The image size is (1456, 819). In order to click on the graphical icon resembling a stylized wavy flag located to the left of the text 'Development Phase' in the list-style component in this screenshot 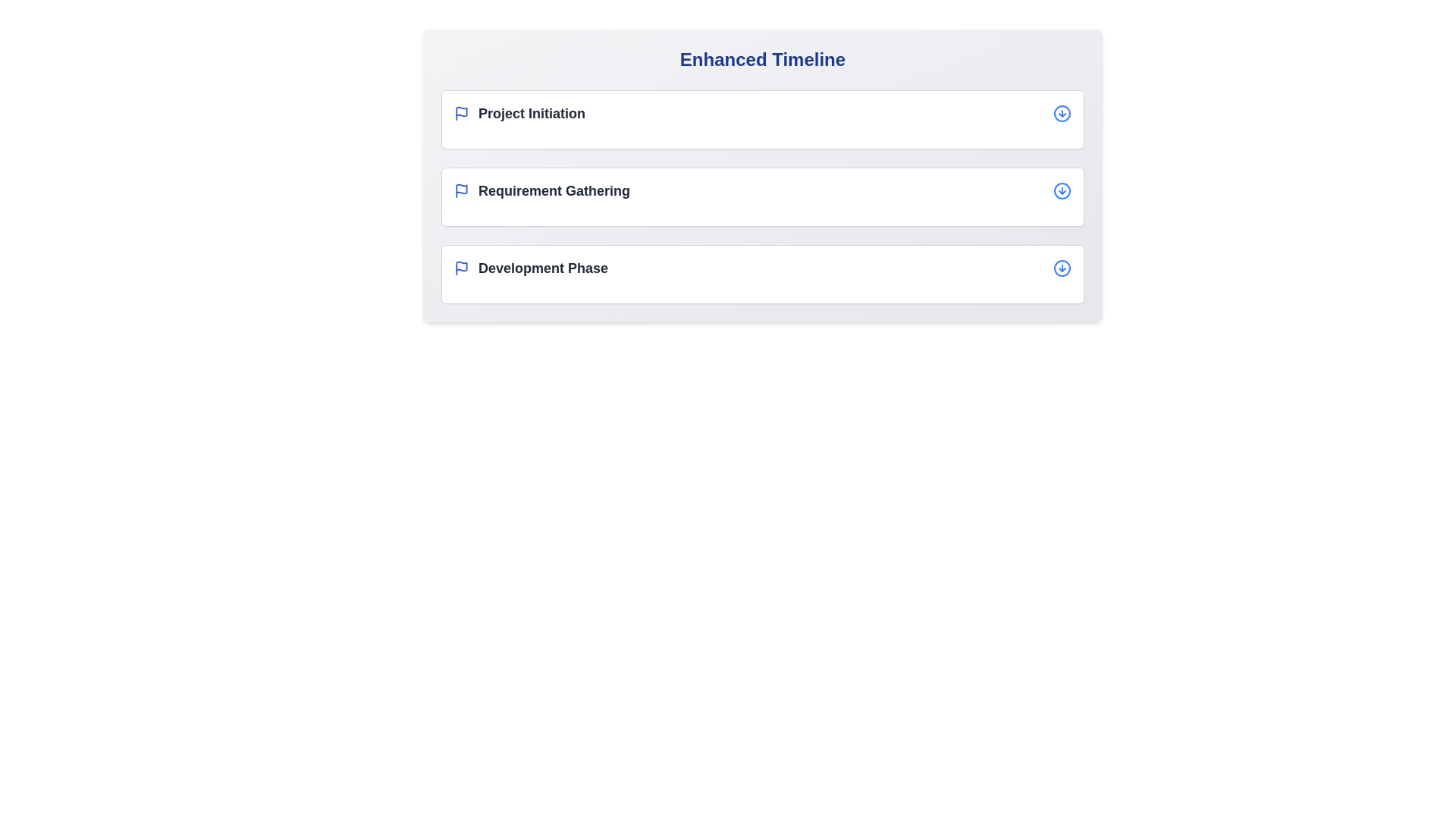, I will do `click(461, 265)`.